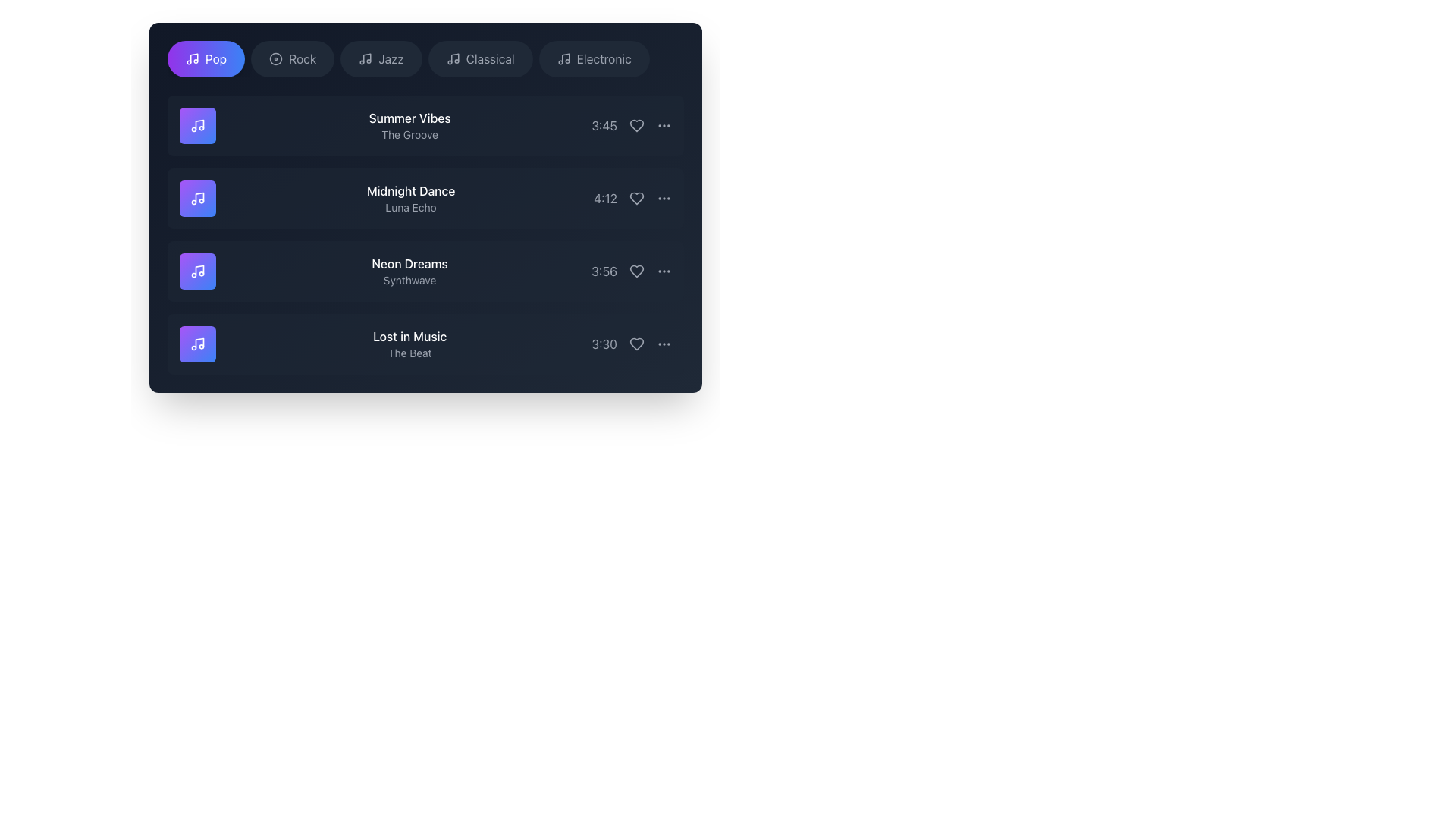  I want to click on the static text label displaying the time '3:56' in gray font, located in the third row of the song listing, to the right of 'Neon Dreams - Synthwave' and before the heart icon, so click(603, 271).